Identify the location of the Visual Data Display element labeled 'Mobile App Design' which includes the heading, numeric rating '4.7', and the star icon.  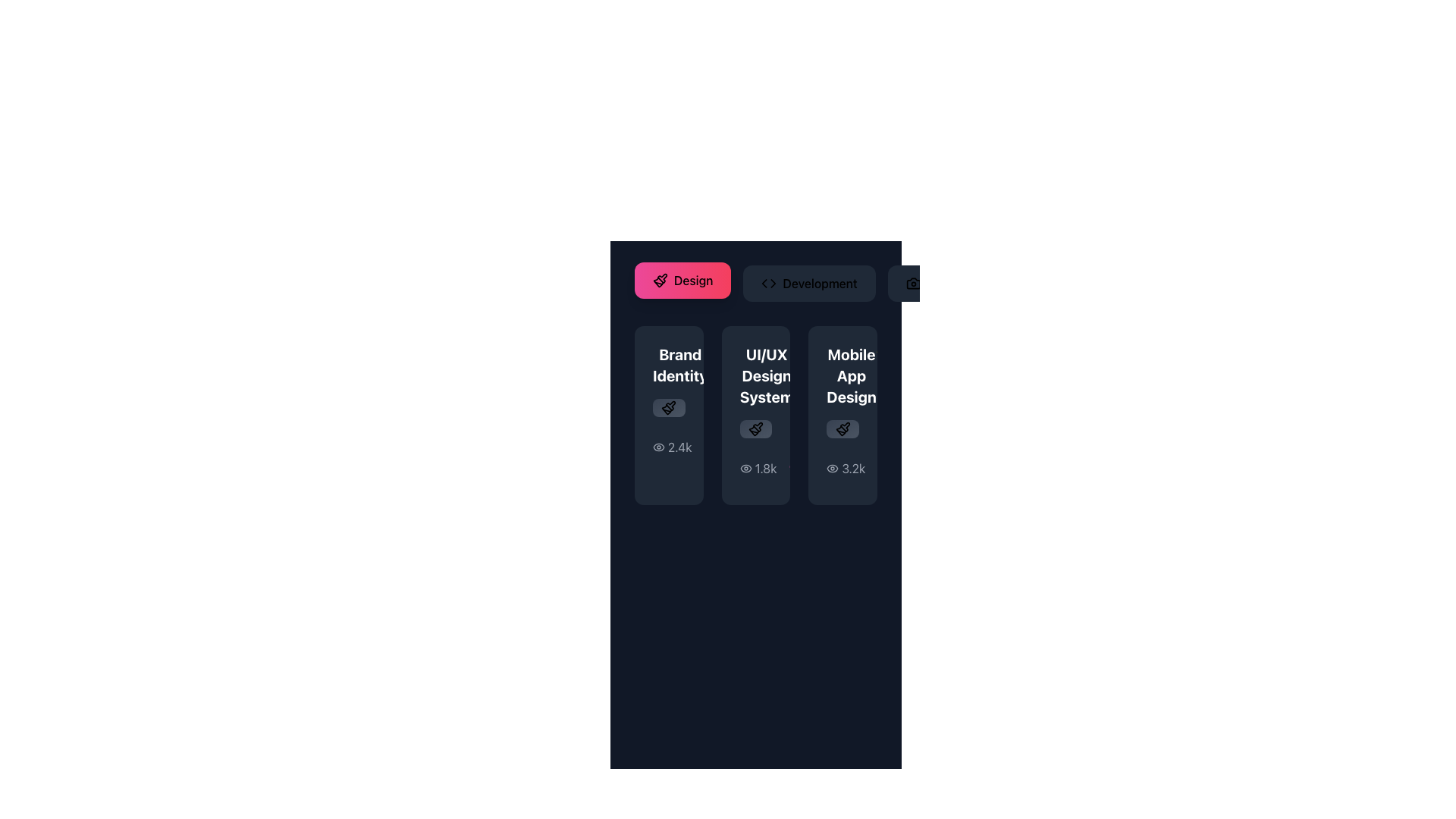
(842, 375).